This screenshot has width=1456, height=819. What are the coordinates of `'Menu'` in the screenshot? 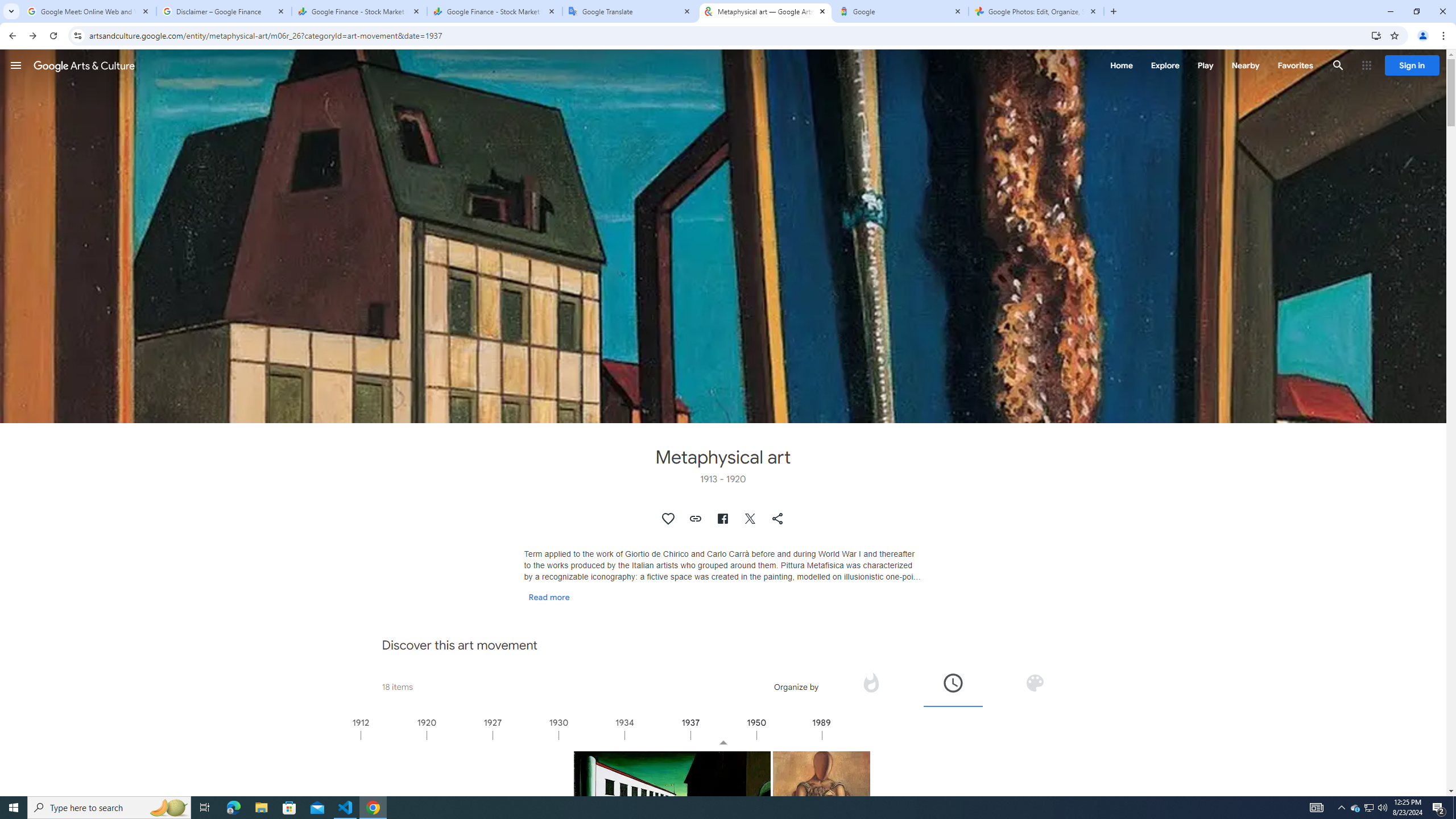 It's located at (16, 65).